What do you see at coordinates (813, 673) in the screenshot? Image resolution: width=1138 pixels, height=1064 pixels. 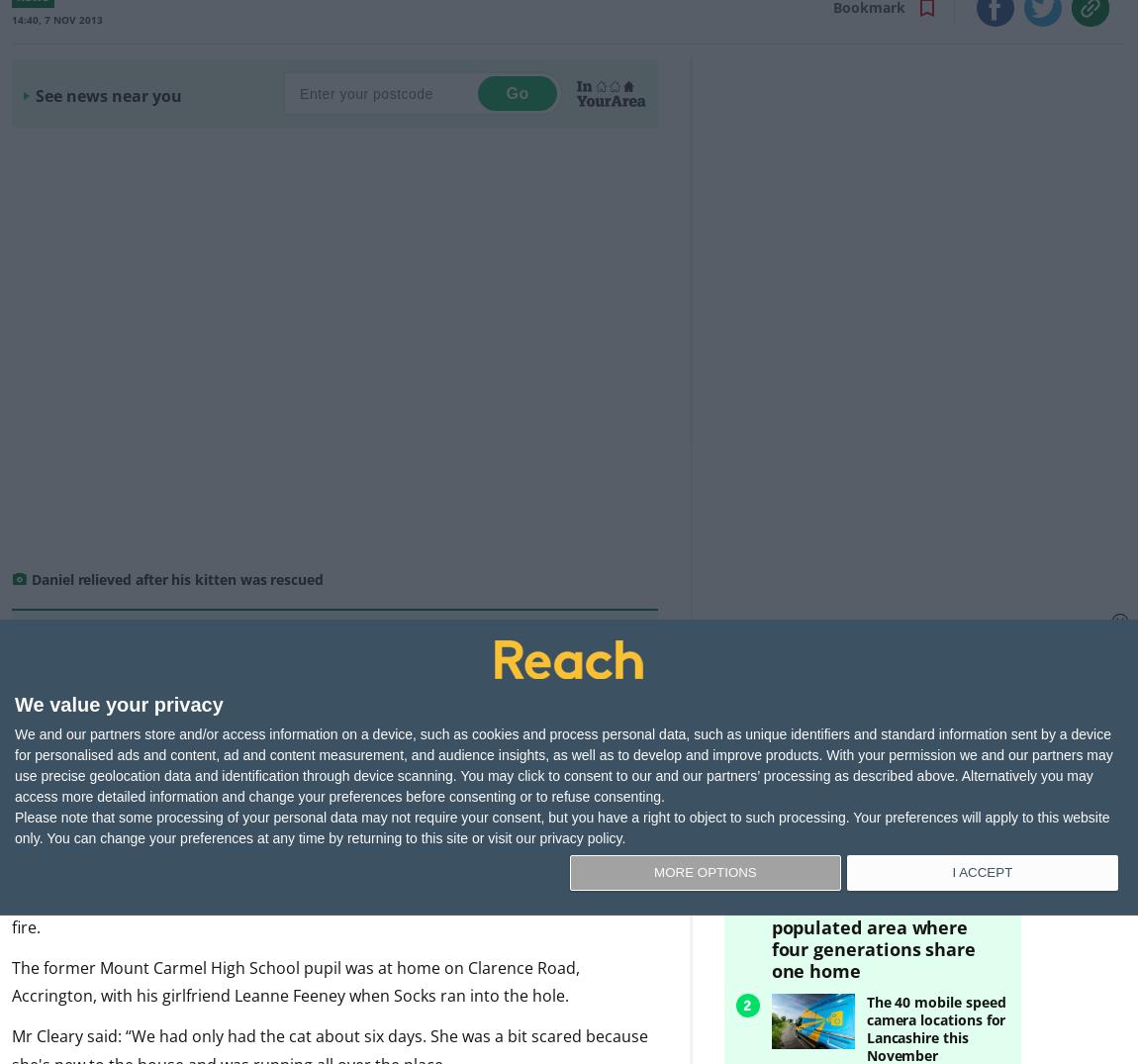 I see `'301.5K'` at bounding box center [813, 673].